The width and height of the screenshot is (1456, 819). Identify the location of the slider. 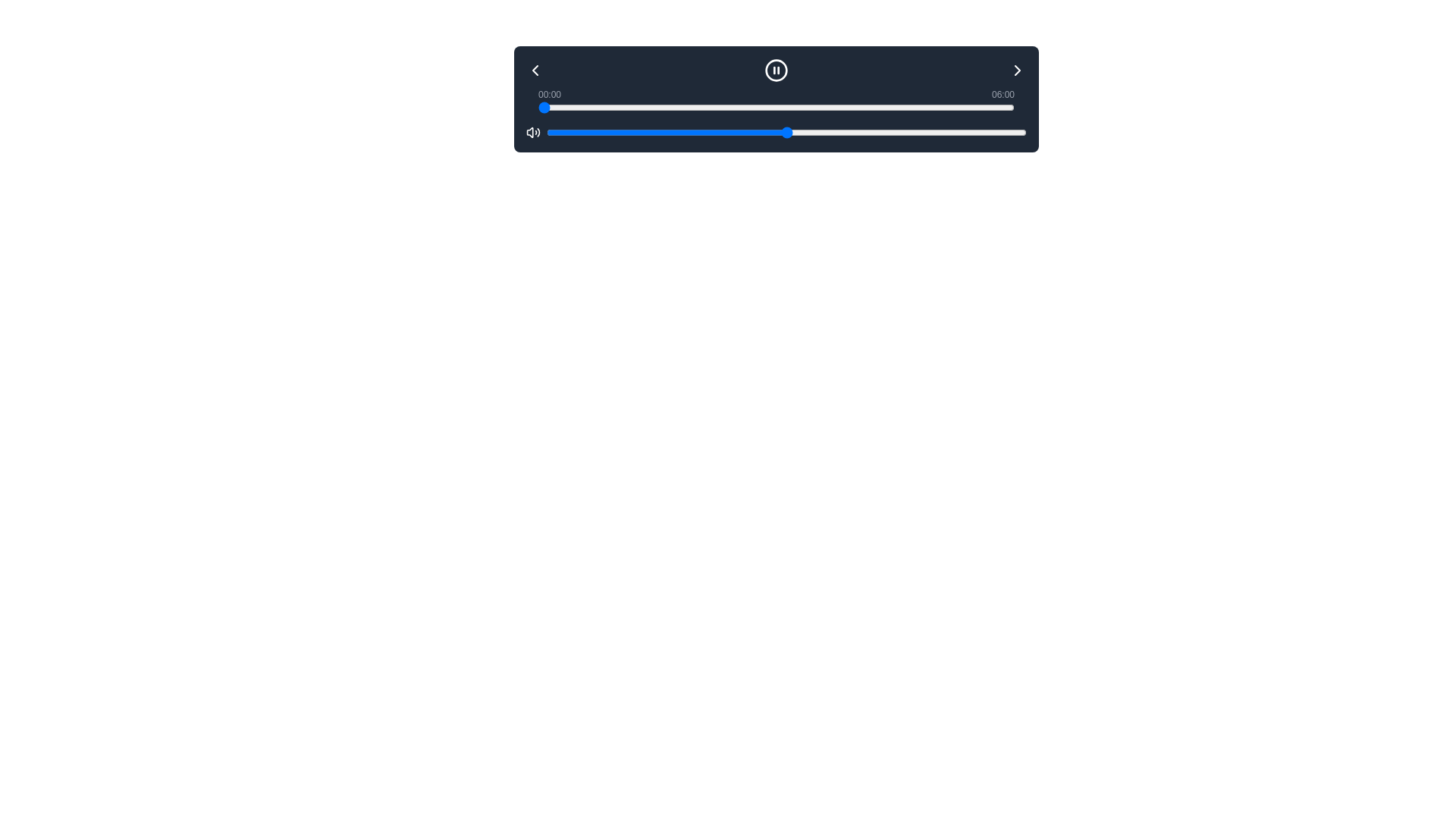
(593, 107).